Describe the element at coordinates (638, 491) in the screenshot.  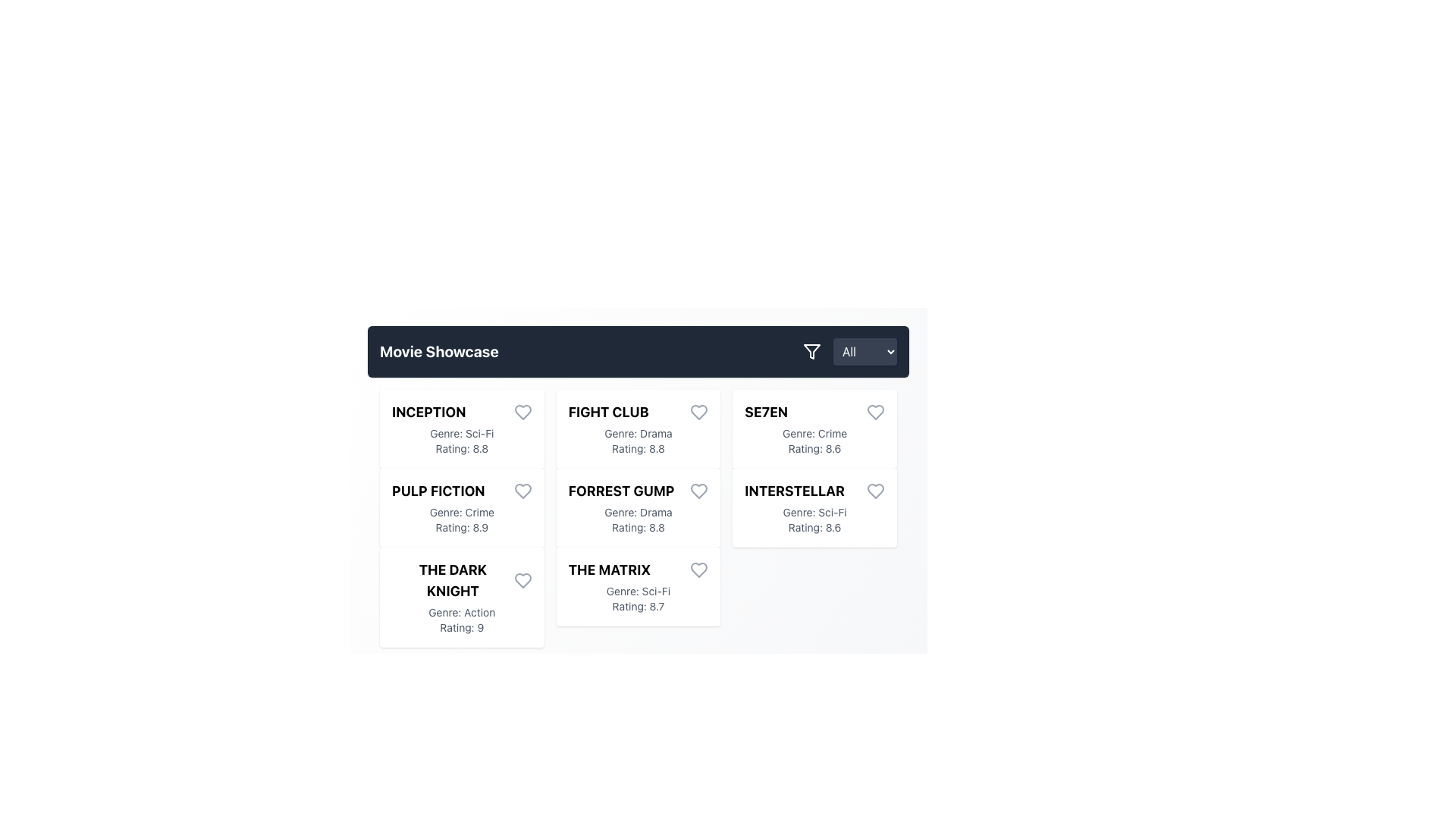
I see `the label containing the text 'FORREST GUMP' which is in bold uppercase style and located at the top of its card in the second row, center column of the grid layout` at that location.